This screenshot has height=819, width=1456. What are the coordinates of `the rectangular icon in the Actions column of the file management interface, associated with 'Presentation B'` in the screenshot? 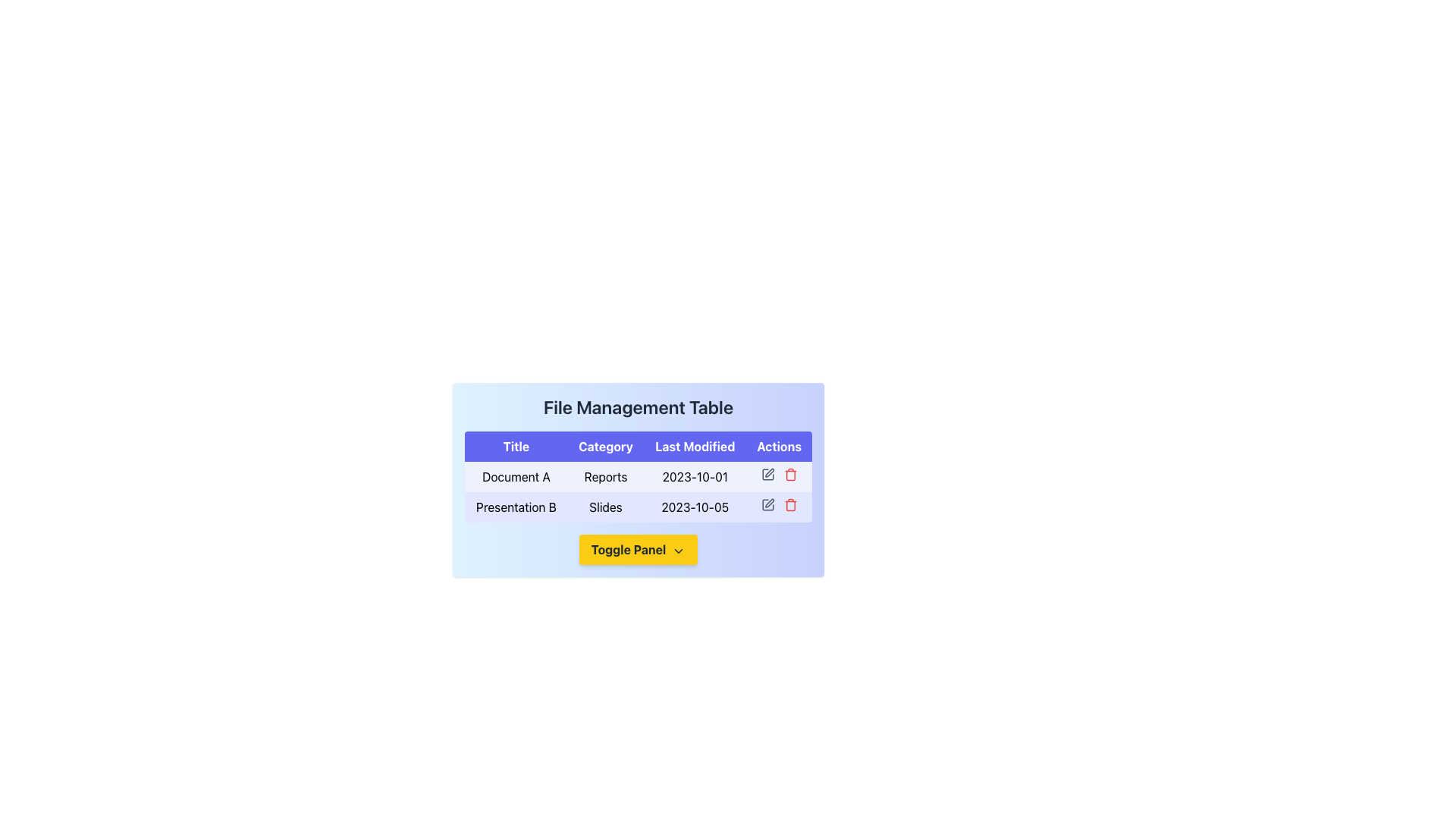 It's located at (767, 505).